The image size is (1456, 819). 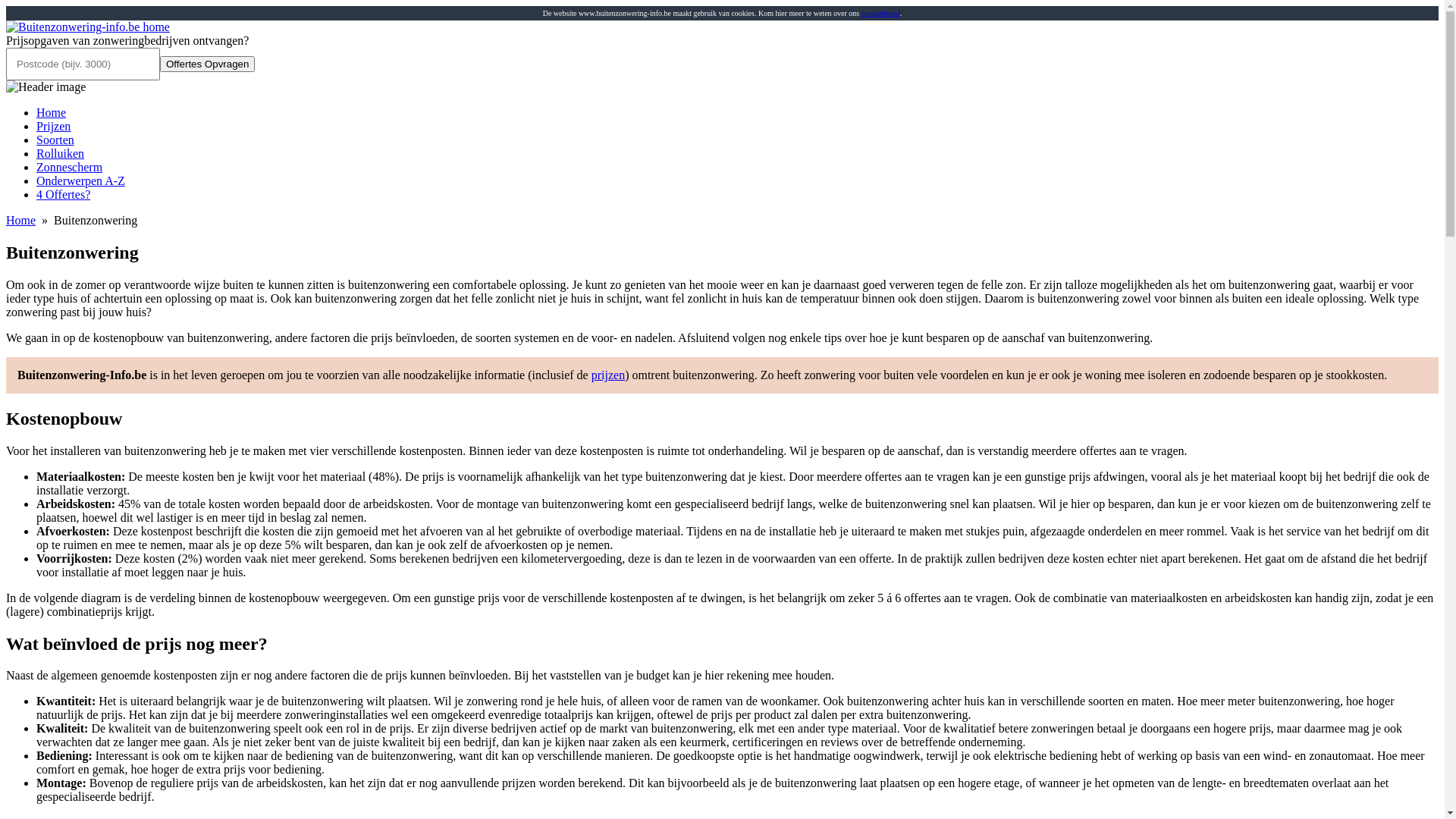 What do you see at coordinates (60, 153) in the screenshot?
I see `'Rolluiken'` at bounding box center [60, 153].